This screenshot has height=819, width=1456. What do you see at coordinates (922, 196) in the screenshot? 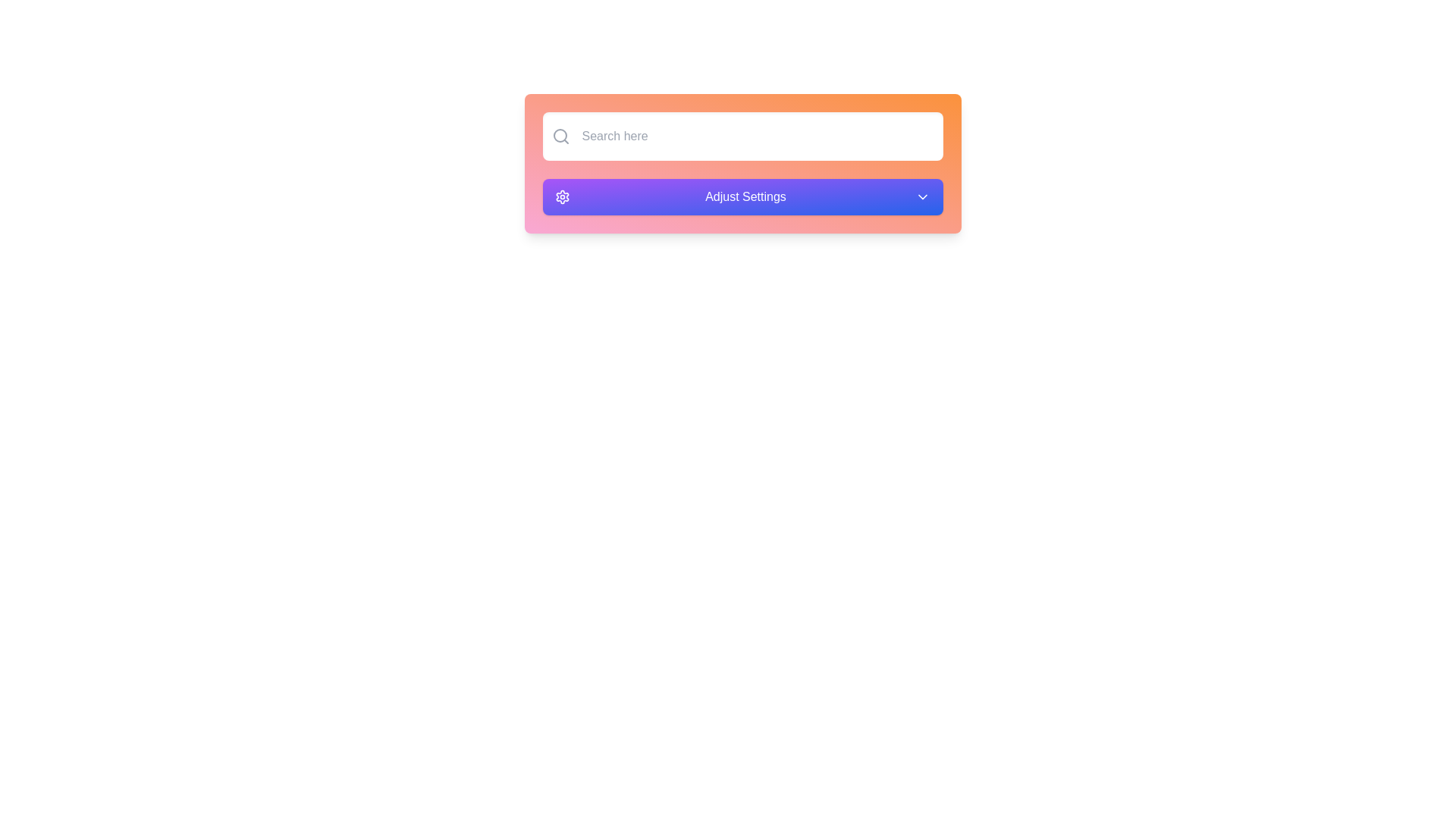
I see `the downward-pointing chevron icon located on the right-hand side of the 'Adjust Settings' button` at bounding box center [922, 196].